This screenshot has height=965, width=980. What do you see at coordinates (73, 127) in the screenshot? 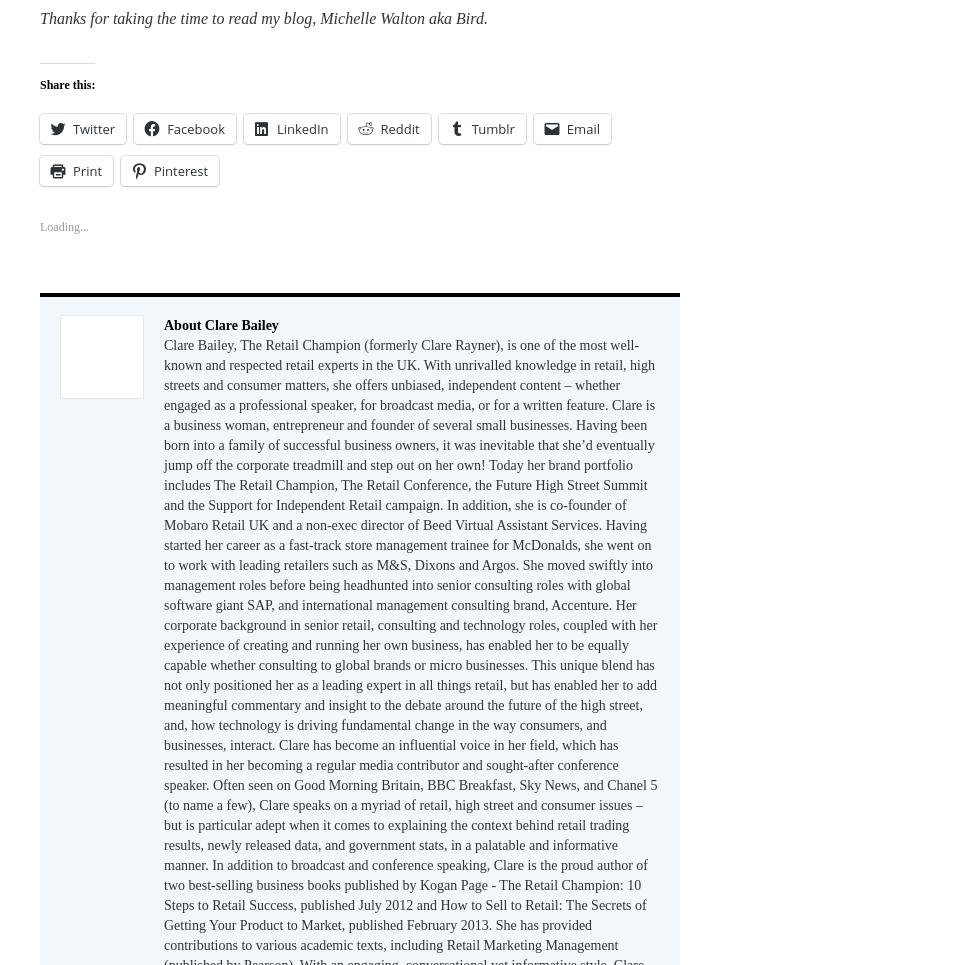
I see `'Twitter'` at bounding box center [73, 127].